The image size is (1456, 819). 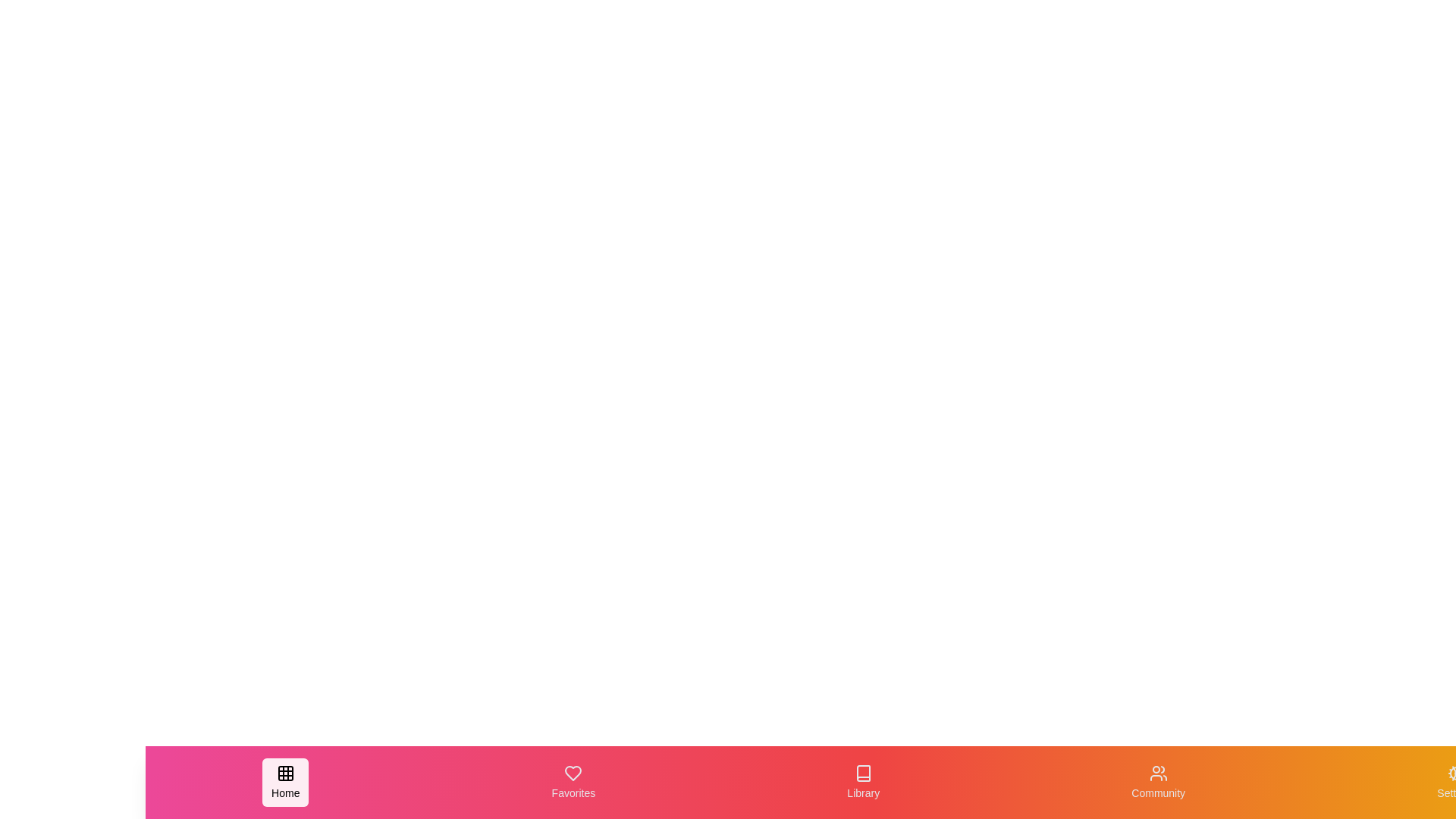 What do you see at coordinates (1157, 783) in the screenshot?
I see `the navigation tab labeled Community` at bounding box center [1157, 783].